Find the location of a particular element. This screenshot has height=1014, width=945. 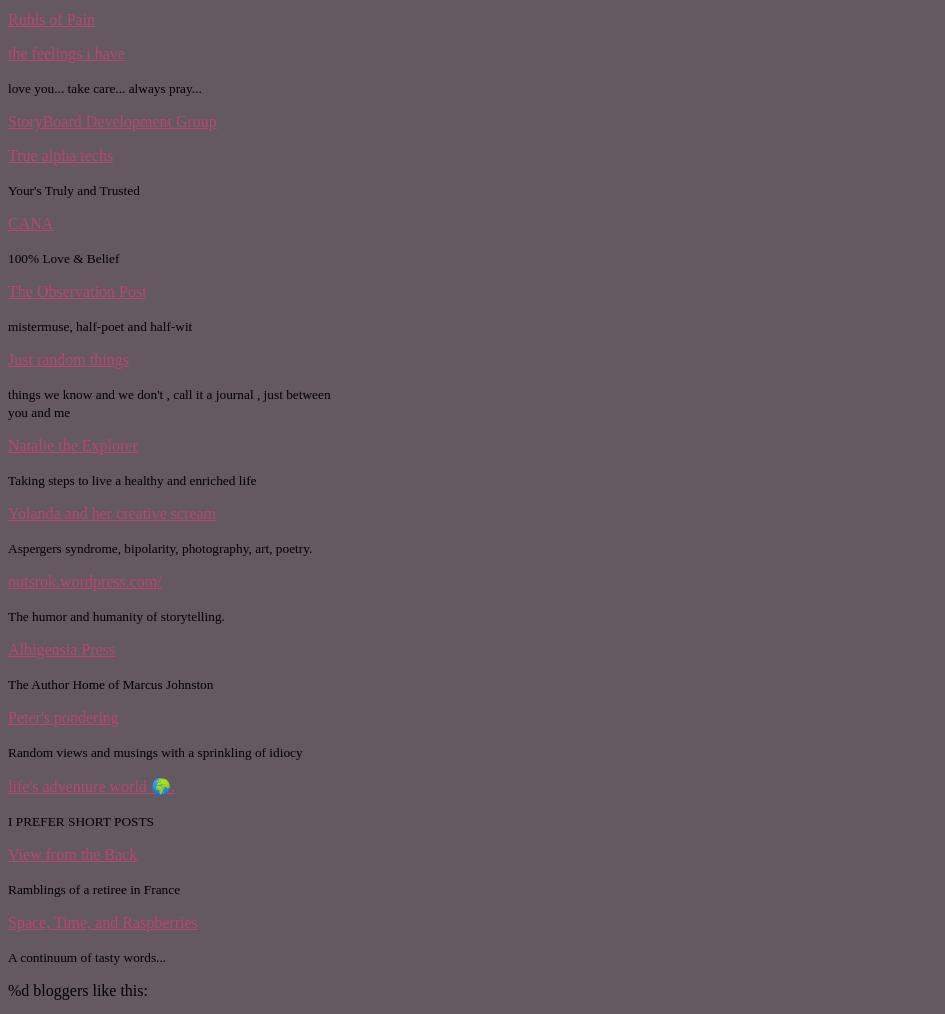

'View from the Back' is located at coordinates (71, 852).